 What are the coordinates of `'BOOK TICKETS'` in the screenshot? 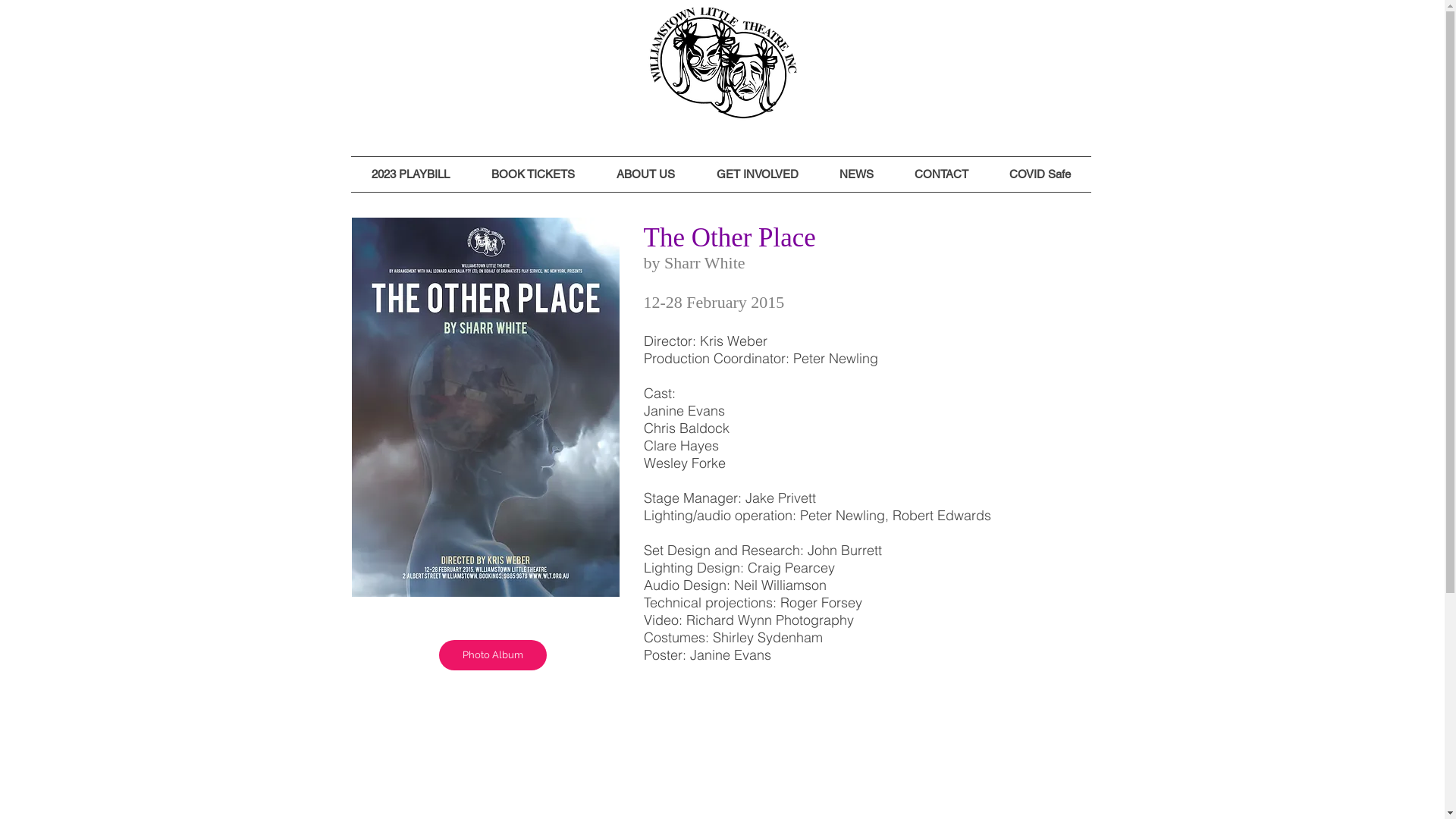 It's located at (532, 174).